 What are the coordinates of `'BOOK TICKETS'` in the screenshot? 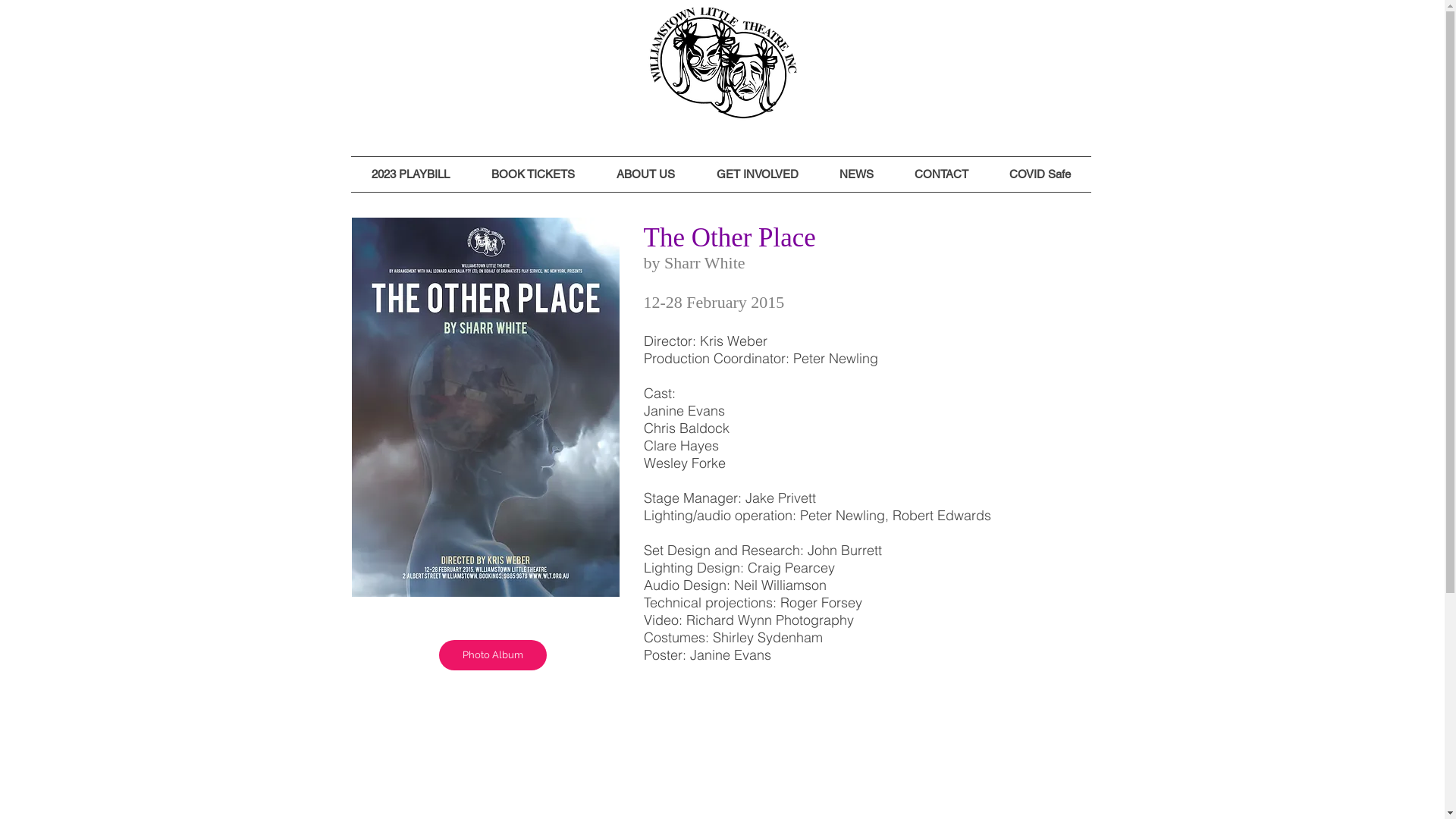 It's located at (532, 174).